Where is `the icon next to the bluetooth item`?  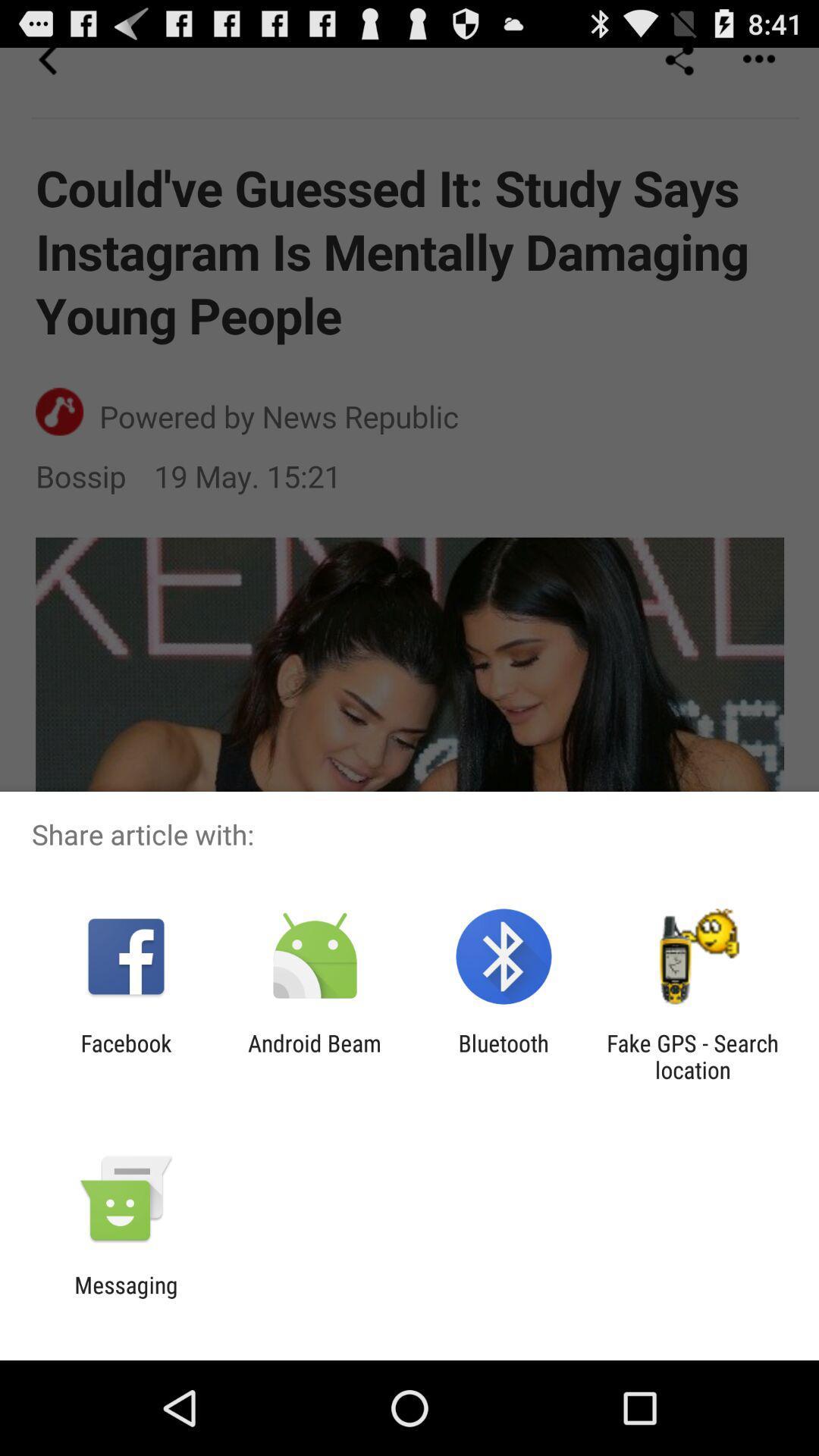
the icon next to the bluetooth item is located at coordinates (692, 1056).